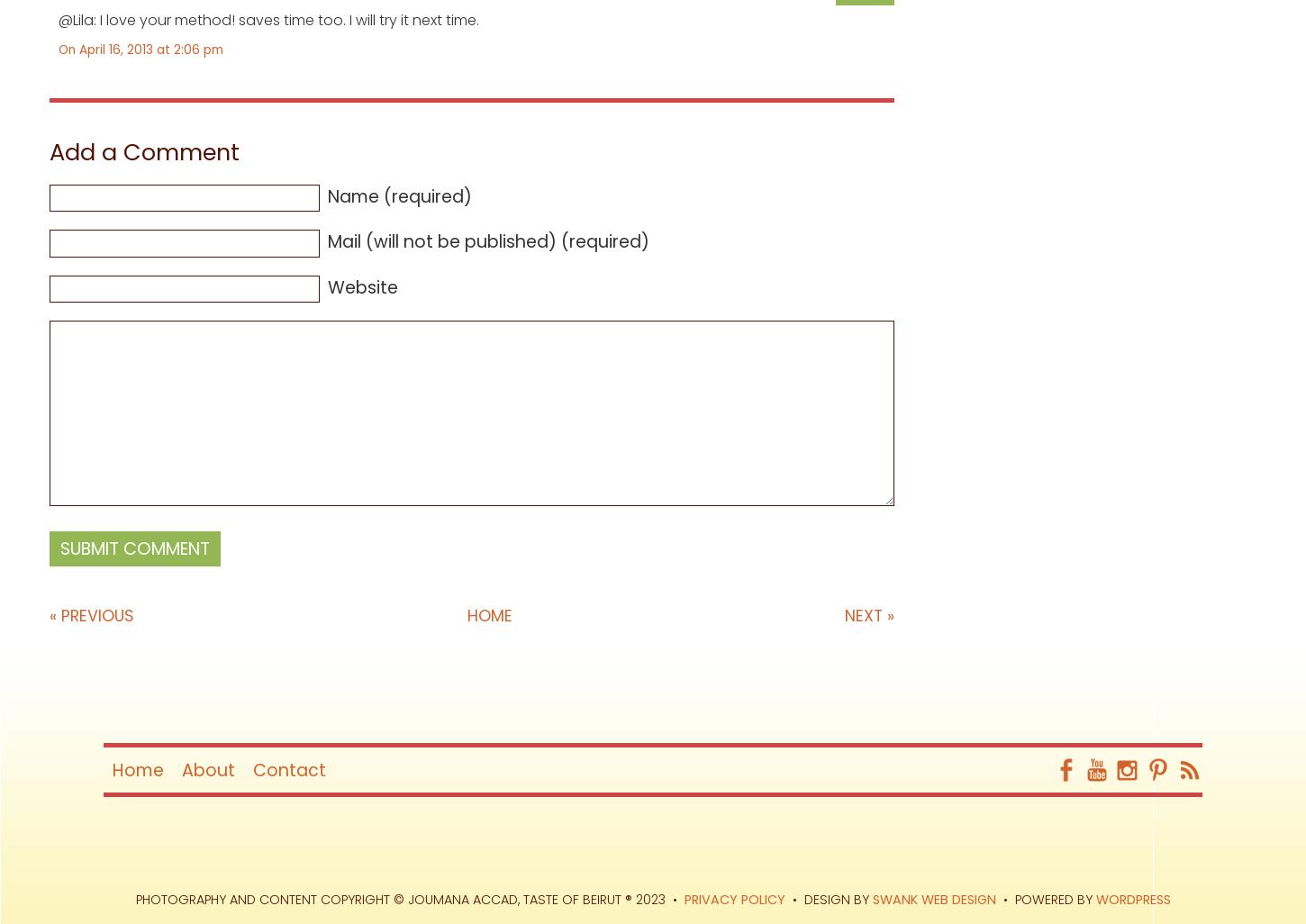 The image size is (1306, 924). I want to click on 'Home', so click(489, 615).